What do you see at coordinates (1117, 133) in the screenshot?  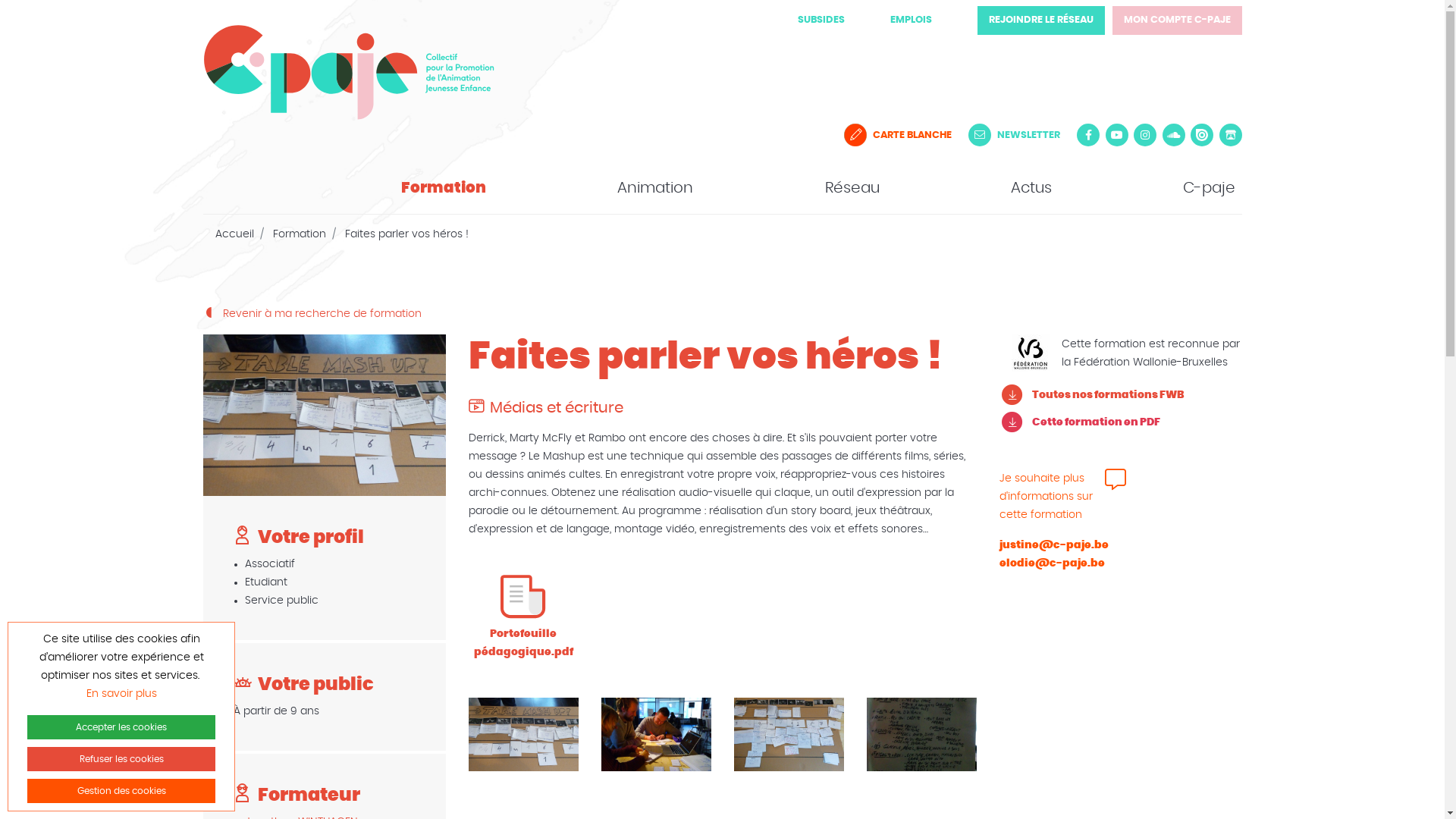 I see `'Youtube'` at bounding box center [1117, 133].